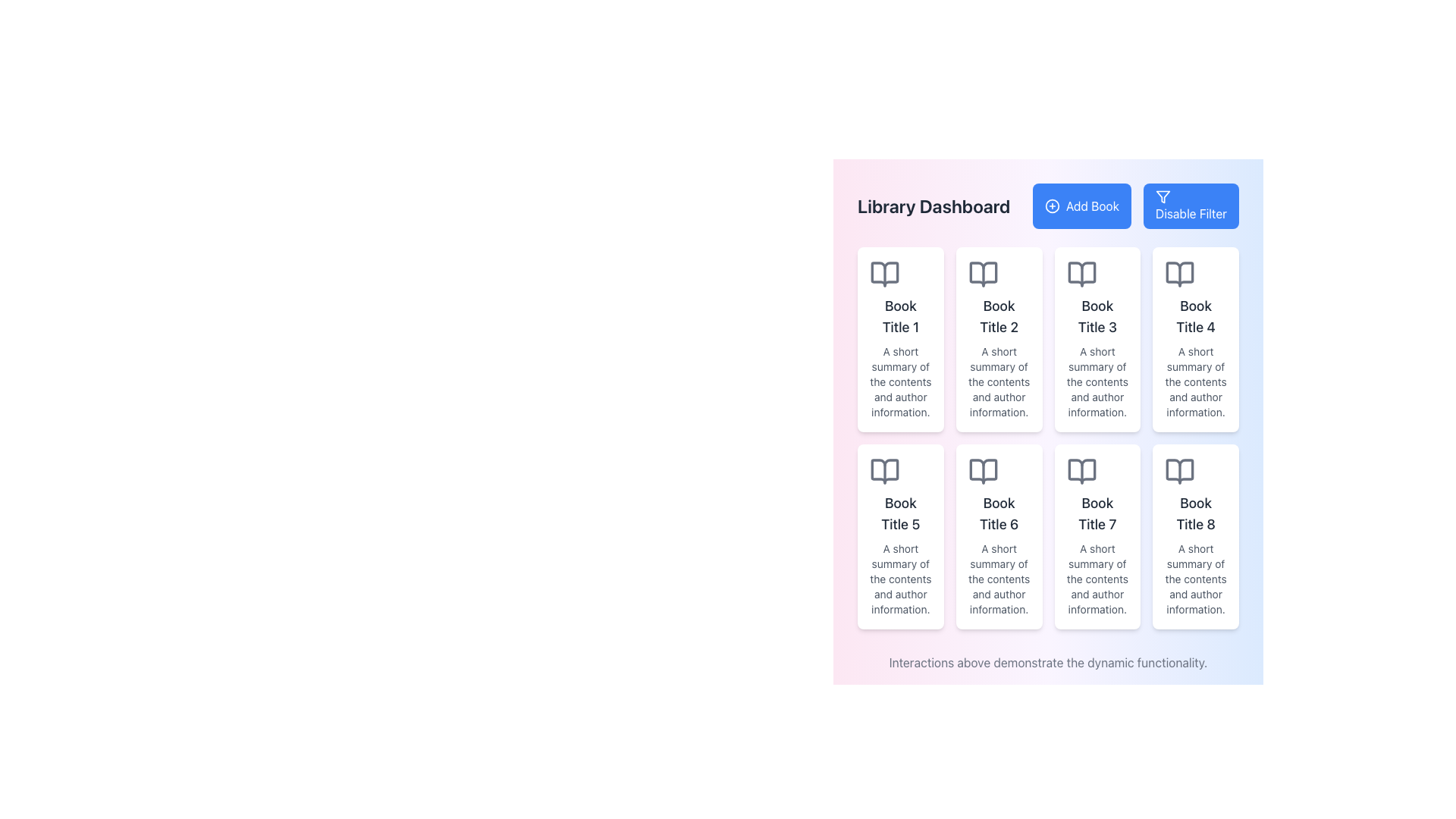 The width and height of the screenshot is (1456, 819). I want to click on the book icon located in the second card of the top row, which visually represents a book and is positioned between 'Book Title 1' and 'Book Title 3', so click(983, 275).